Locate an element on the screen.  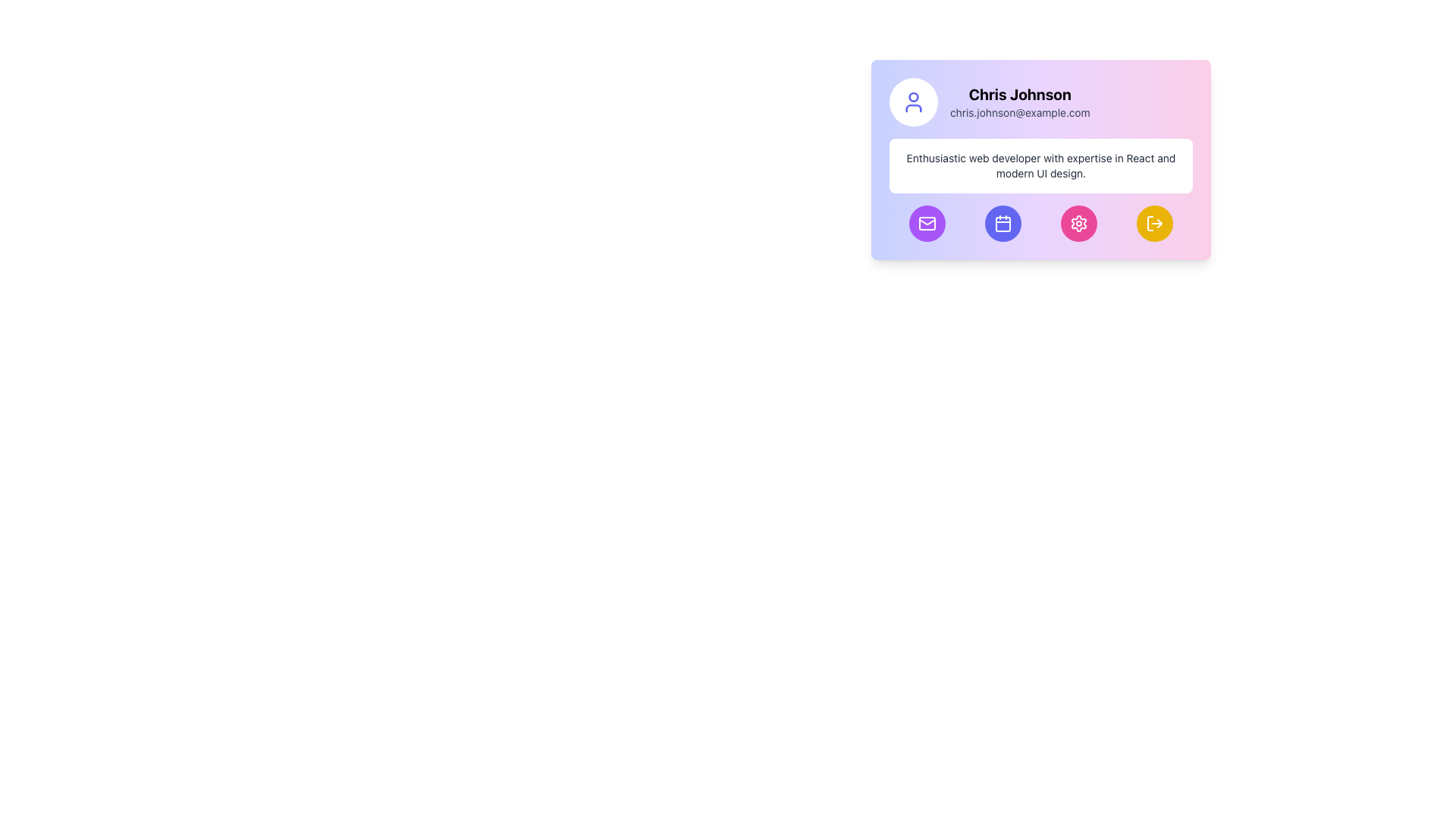
textual description of the professional's expertise and skills located in the lower-middle section of the profile interface, directly beneath the header with the name and email address is located at coordinates (1040, 166).